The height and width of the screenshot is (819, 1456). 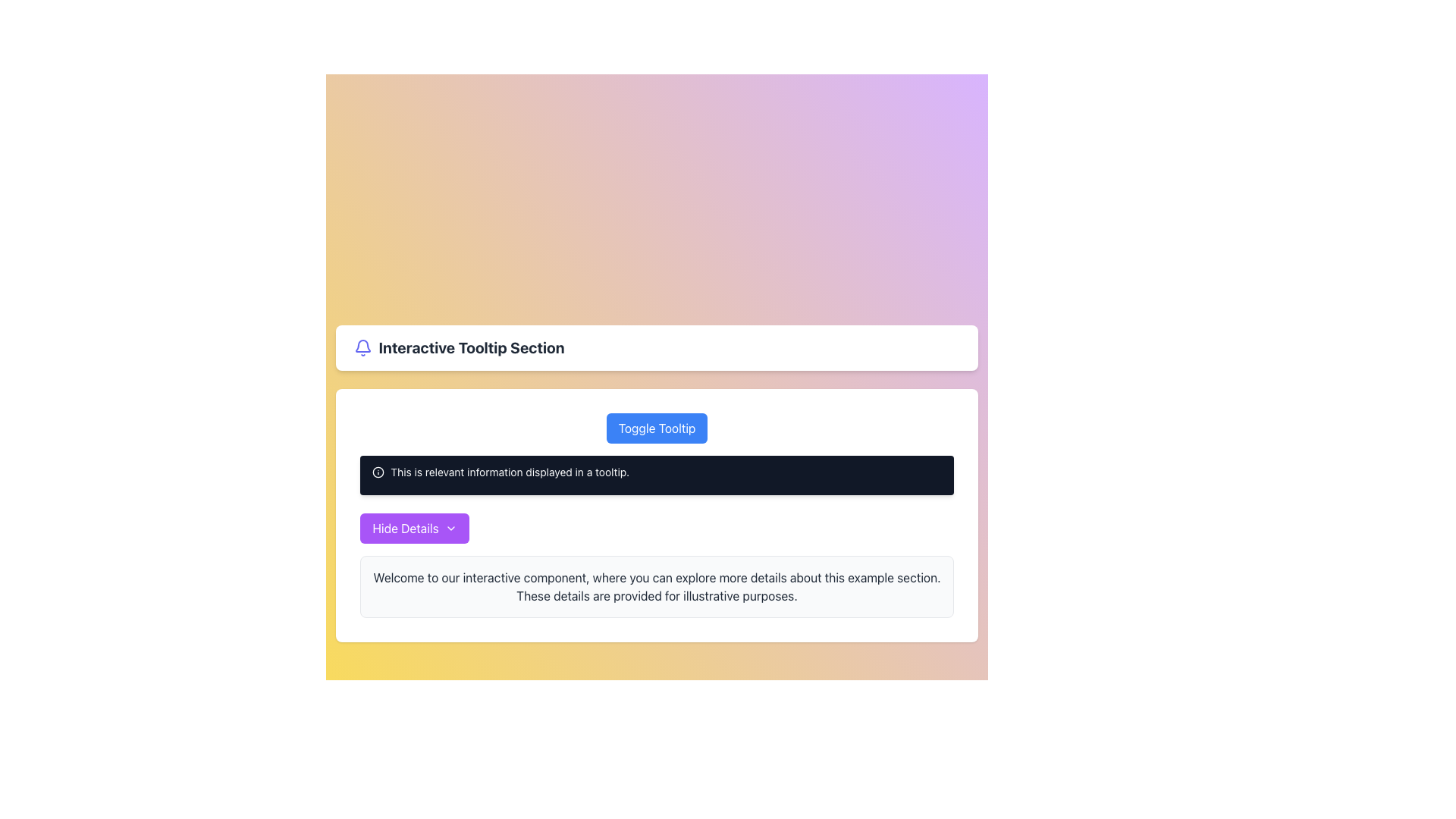 I want to click on the small circular icon with an 'i' symbol inside, representing information, located at the left-hand side of the dark notification-style box containing the tooltip text, so click(x=378, y=472).